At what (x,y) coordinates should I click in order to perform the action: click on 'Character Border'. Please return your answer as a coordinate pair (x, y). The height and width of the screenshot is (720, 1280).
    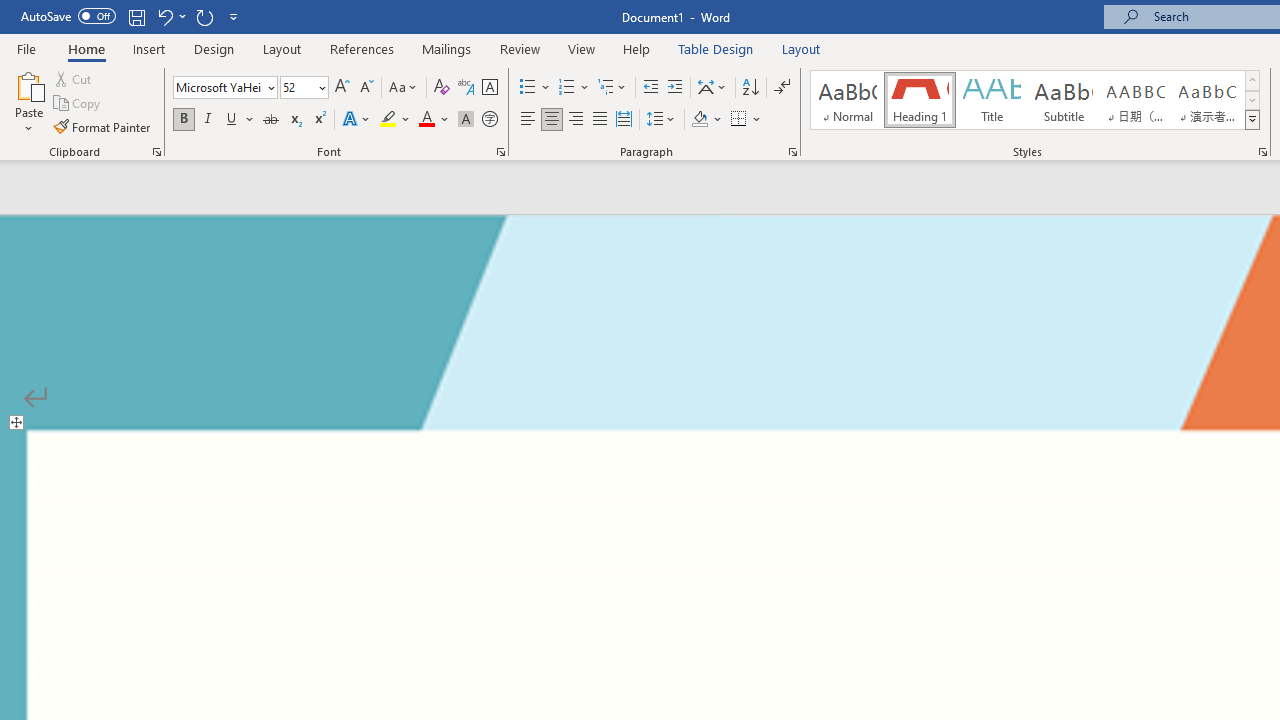
    Looking at the image, I should click on (489, 86).